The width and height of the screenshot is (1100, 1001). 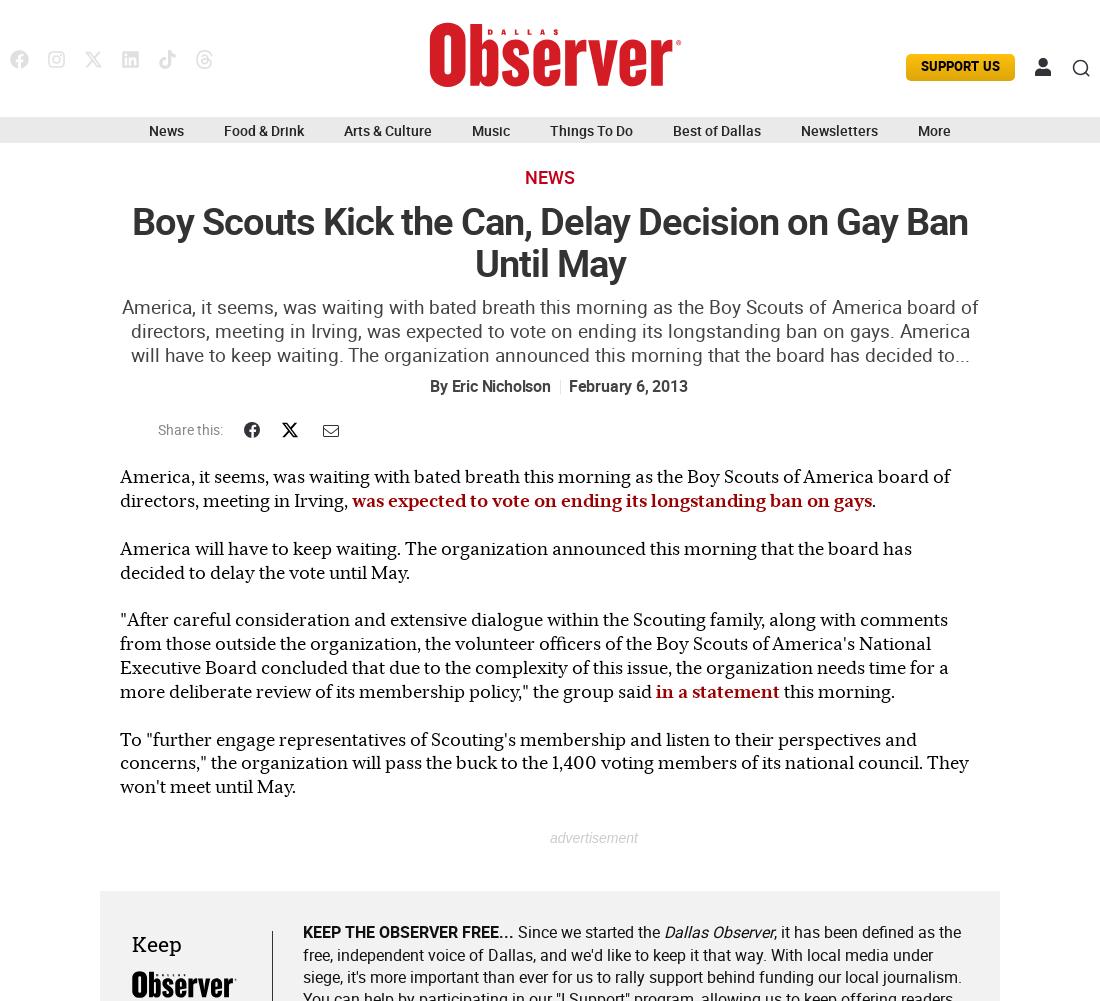 What do you see at coordinates (838, 129) in the screenshot?
I see `'Newsletters'` at bounding box center [838, 129].